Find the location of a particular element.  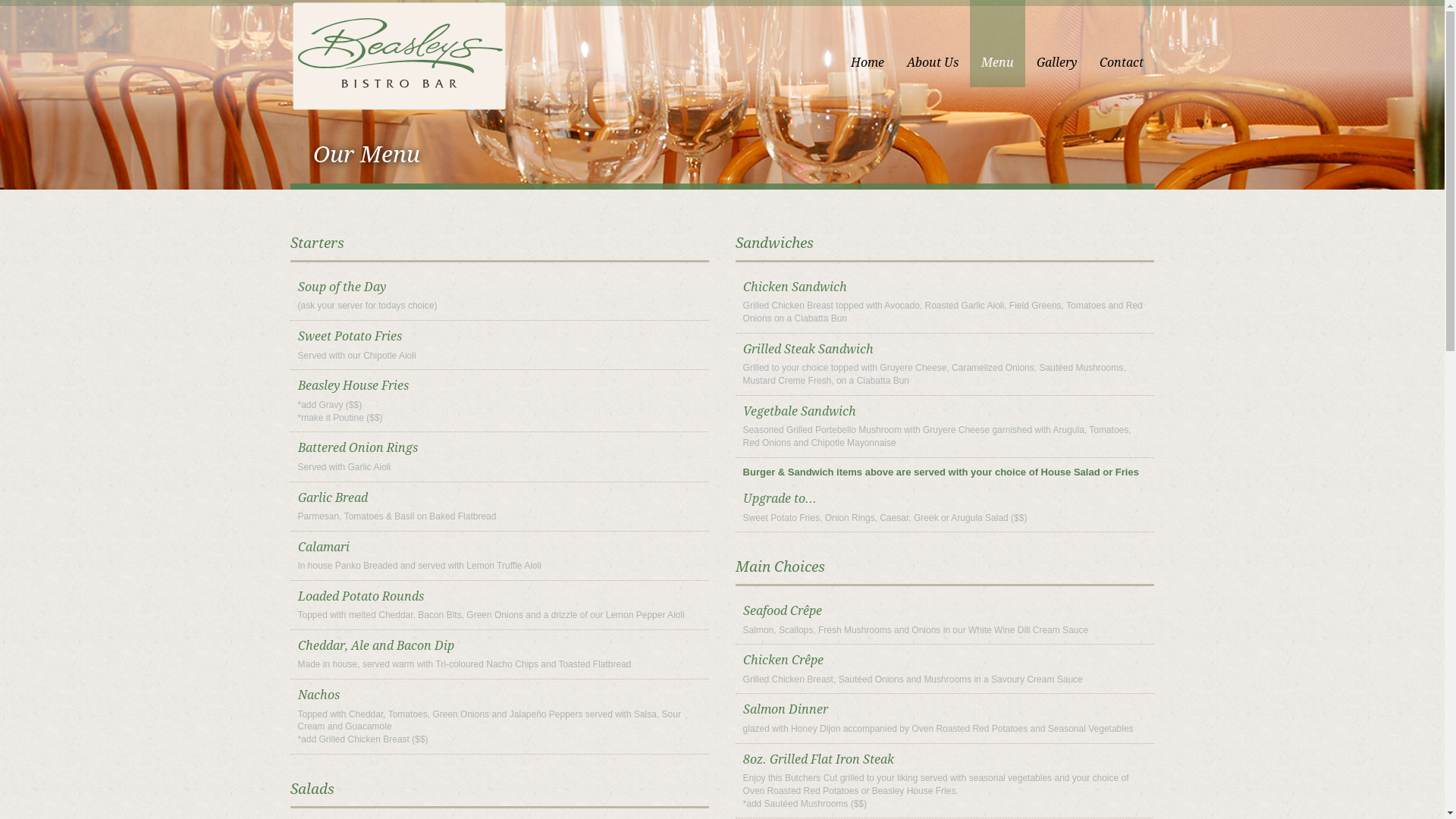

'Menu' is located at coordinates (996, 42).